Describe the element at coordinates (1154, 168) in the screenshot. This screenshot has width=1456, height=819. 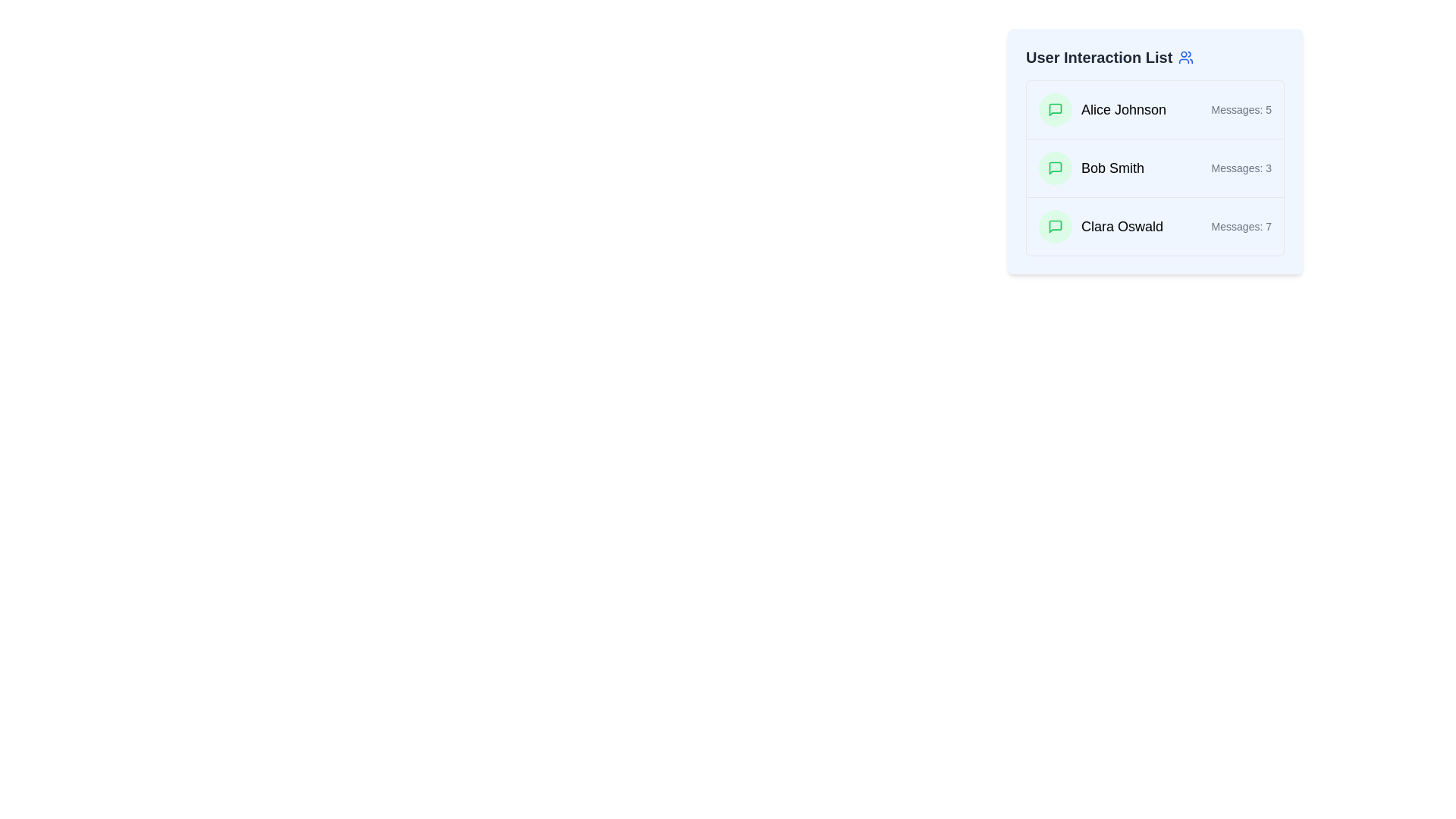
I see `the list item corresponding to Bob Smith` at that location.